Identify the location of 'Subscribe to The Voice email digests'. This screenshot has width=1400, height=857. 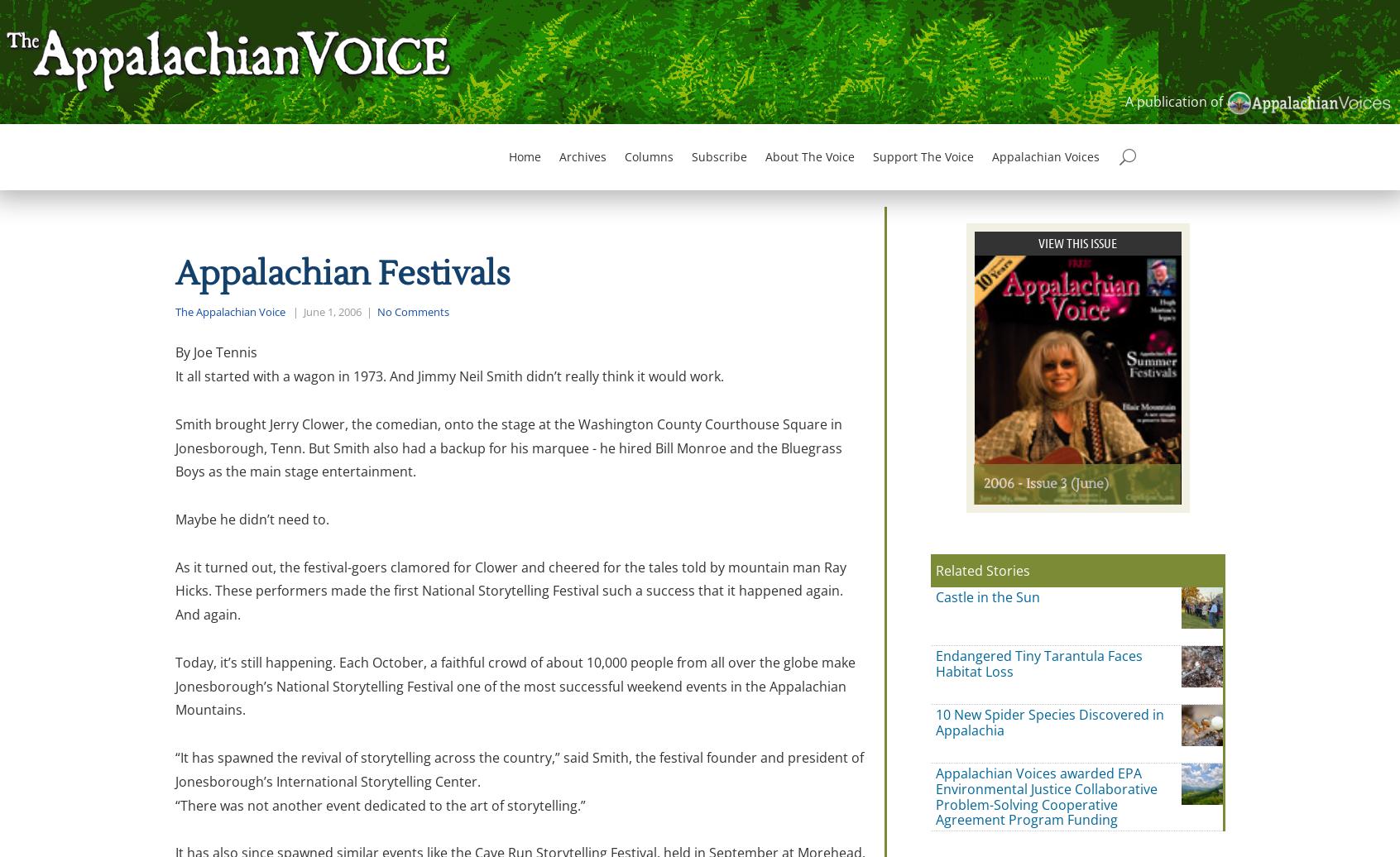
(482, 486).